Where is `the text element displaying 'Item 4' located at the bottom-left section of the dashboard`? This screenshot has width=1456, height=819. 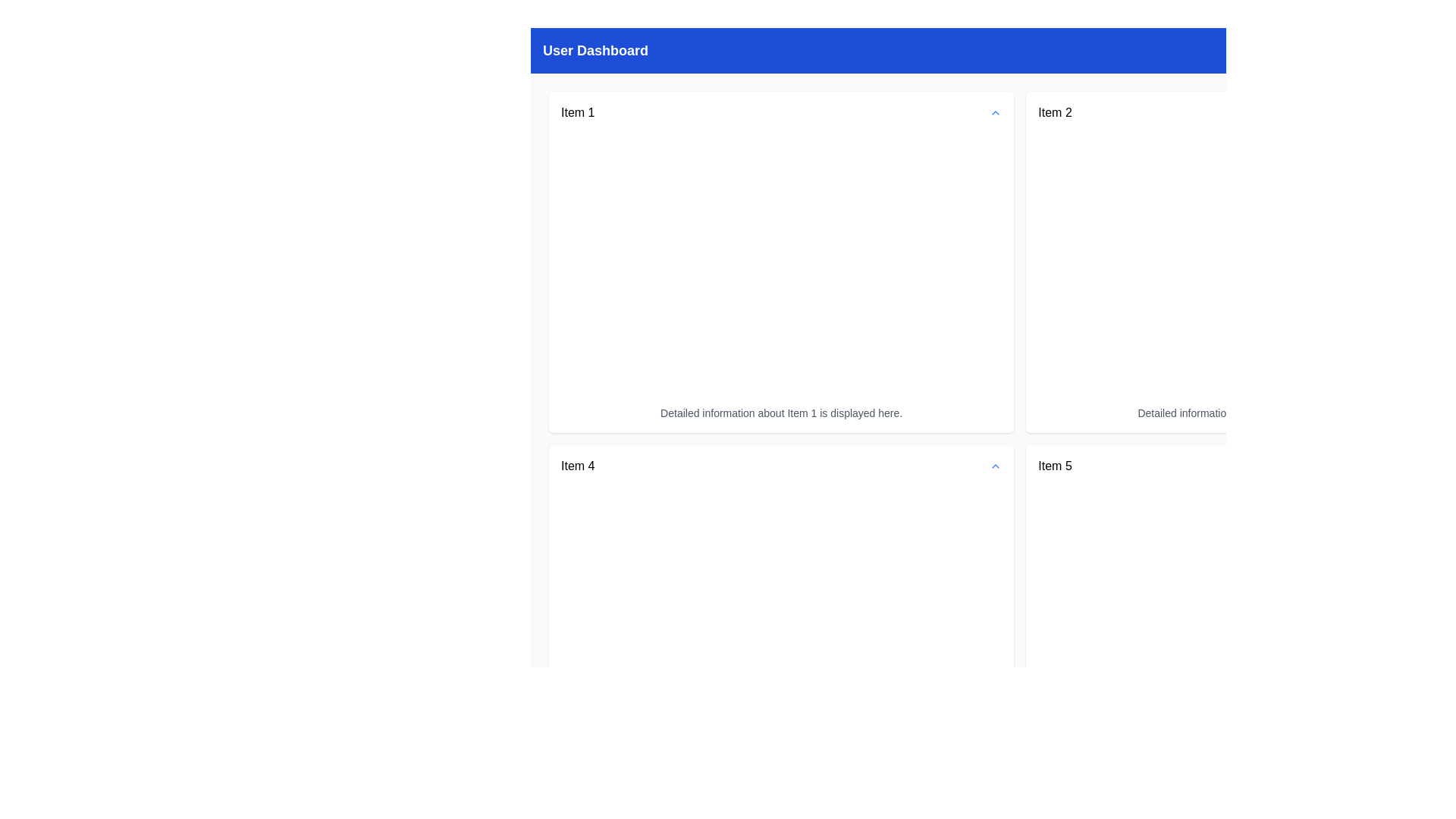 the text element displaying 'Item 4' located at the bottom-left section of the dashboard is located at coordinates (577, 465).